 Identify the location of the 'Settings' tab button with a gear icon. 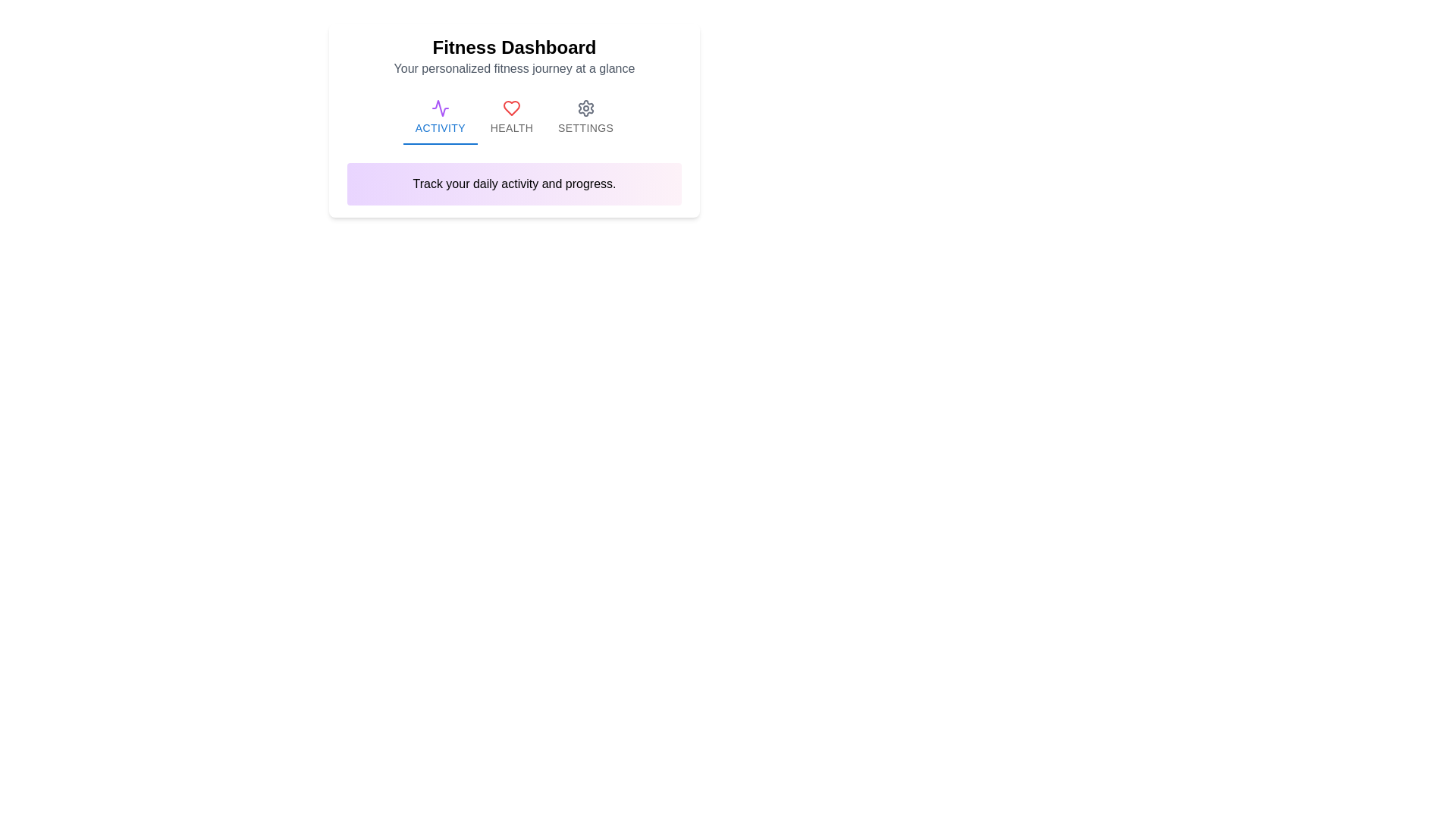
(585, 116).